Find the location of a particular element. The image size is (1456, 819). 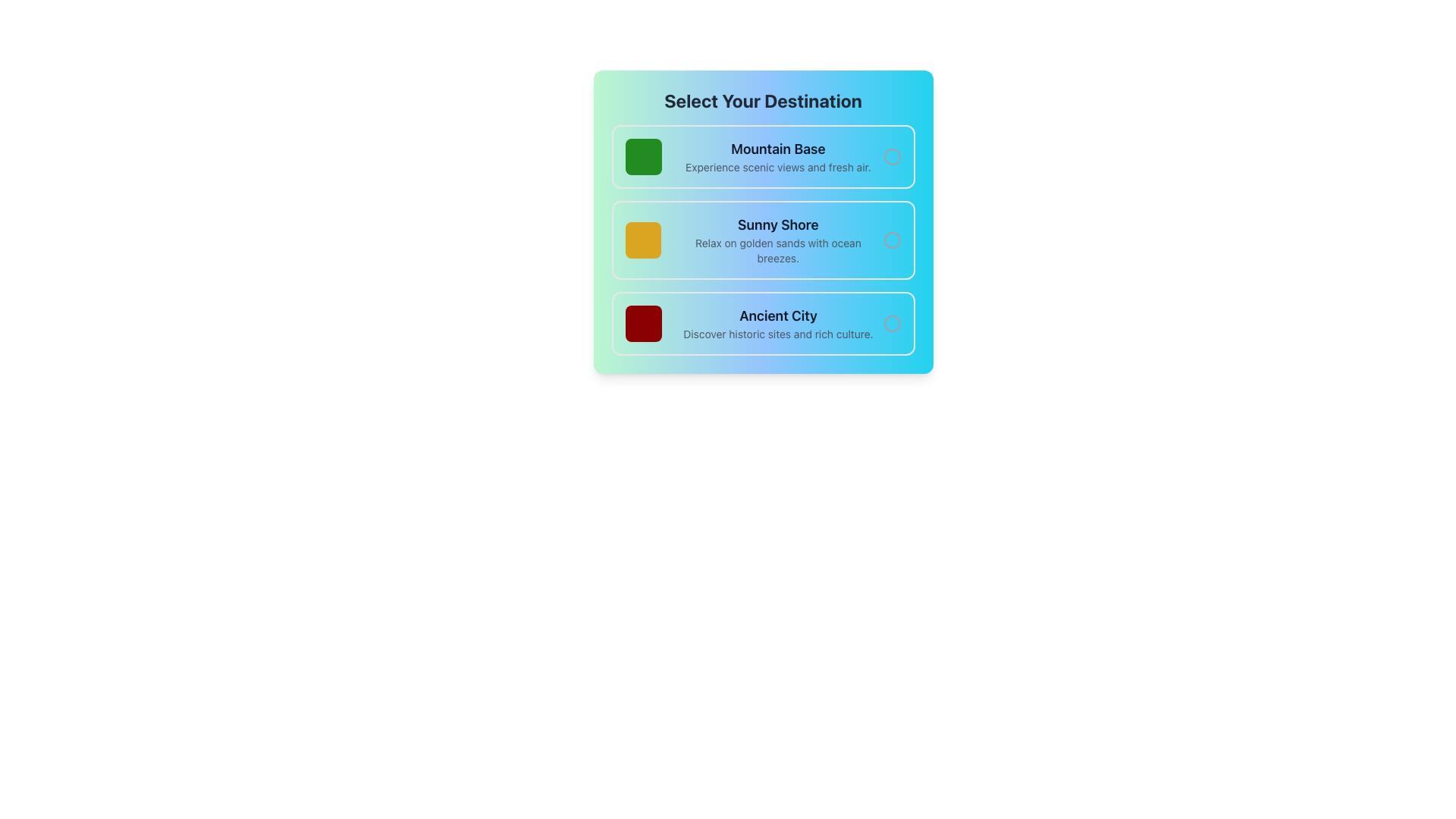

the gray circular outline radio button located on the far-right side of the 'Ancient City' selection box is located at coordinates (892, 323).